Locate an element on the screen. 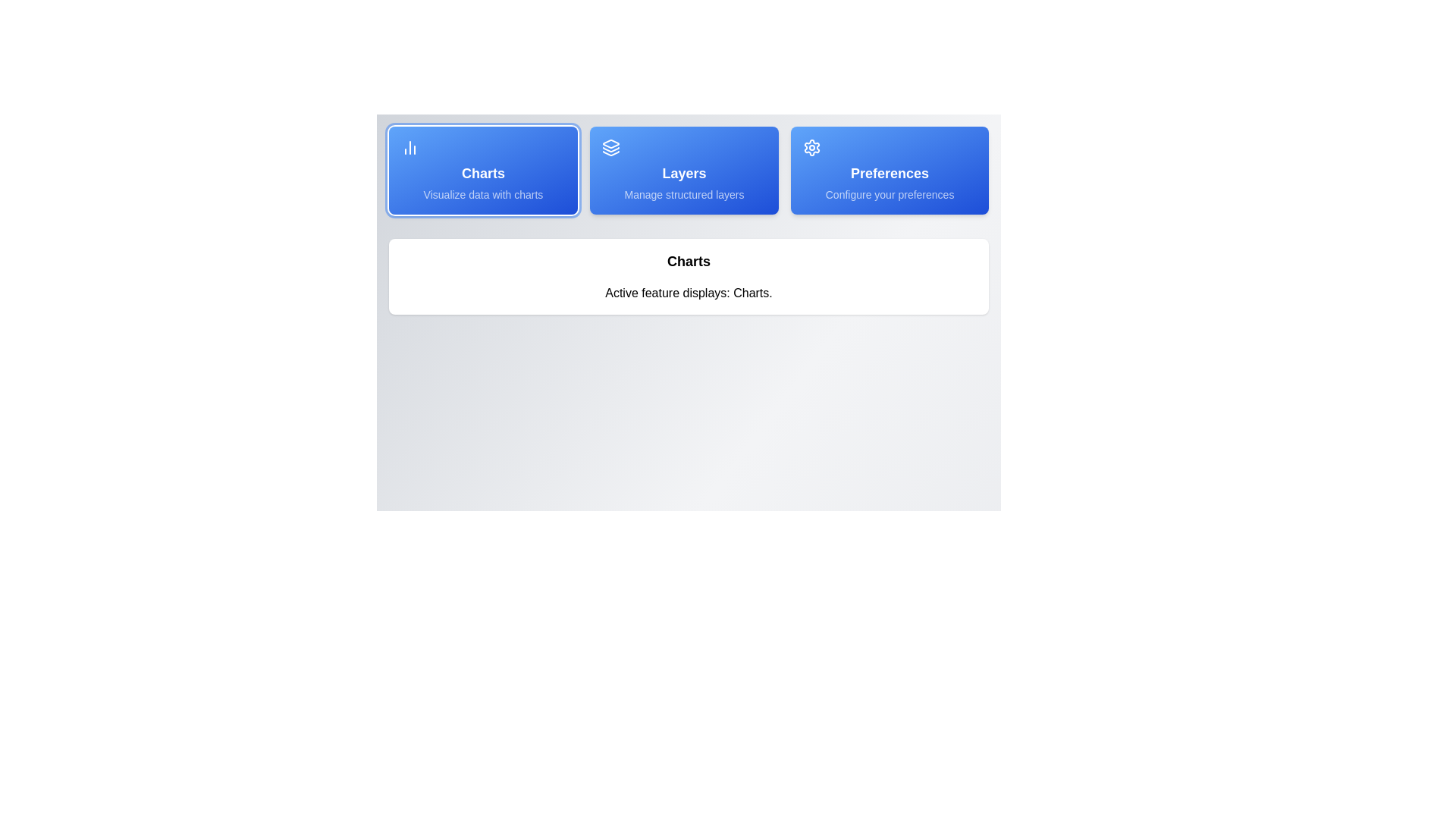  the prominent 'Layers' text label, which is styled in a large bold font and is located in the middle card of three horizontally aligned cards is located at coordinates (683, 172).